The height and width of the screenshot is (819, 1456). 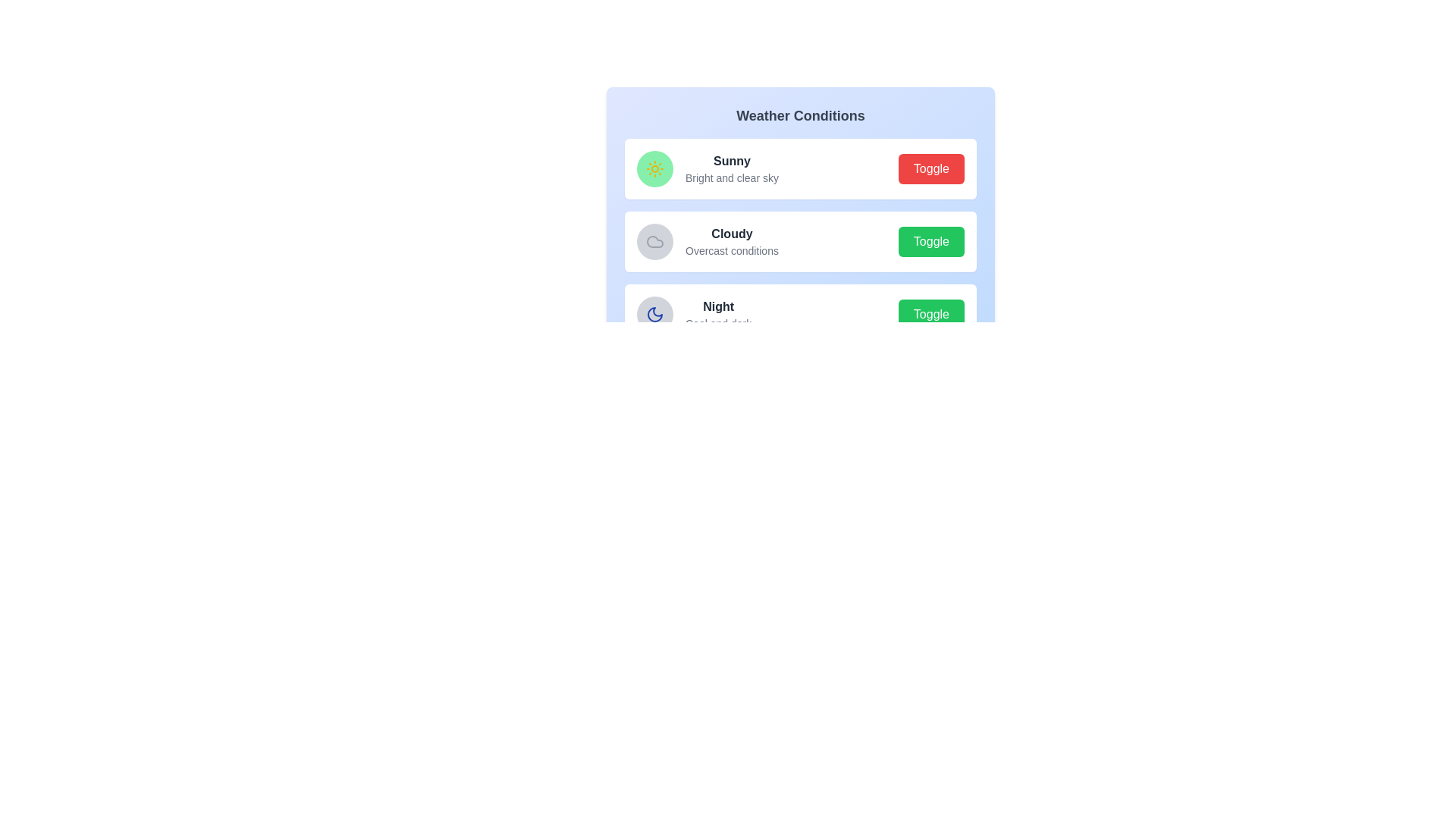 What do you see at coordinates (930, 241) in the screenshot?
I see `the toggle button for Cloudy` at bounding box center [930, 241].